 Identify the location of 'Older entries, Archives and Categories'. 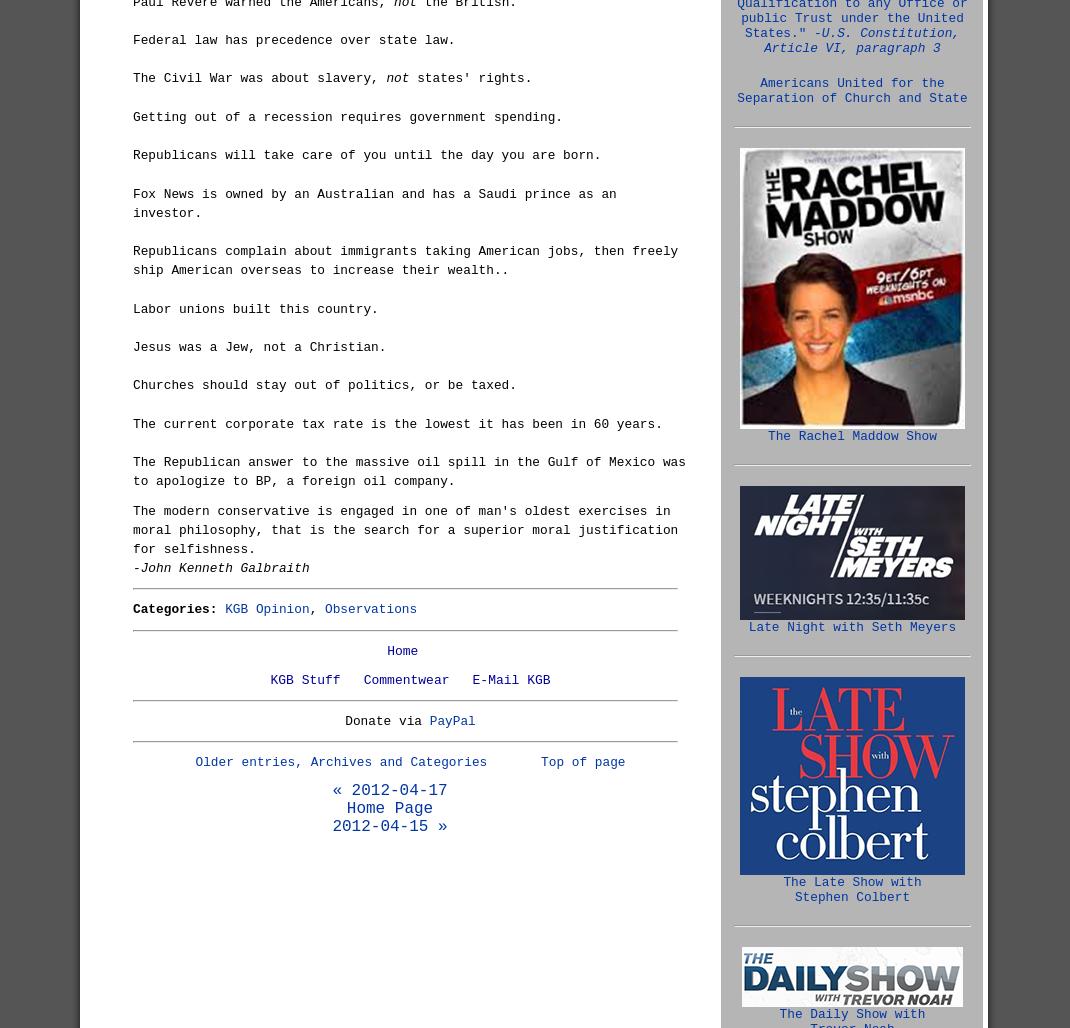
(341, 761).